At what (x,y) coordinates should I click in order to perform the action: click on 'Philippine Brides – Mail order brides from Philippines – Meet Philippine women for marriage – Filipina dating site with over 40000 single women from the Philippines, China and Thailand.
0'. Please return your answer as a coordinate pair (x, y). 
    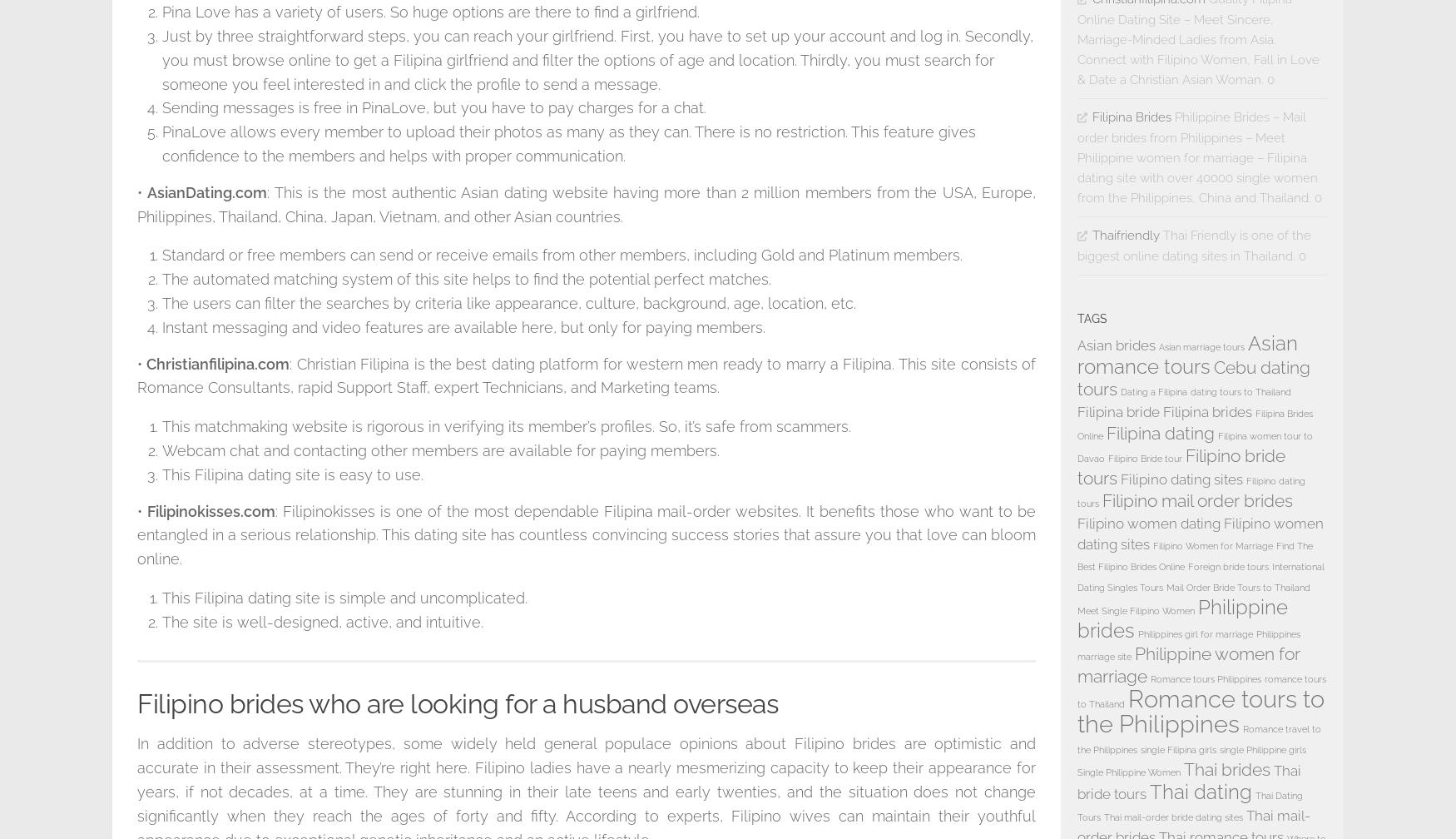
    Looking at the image, I should click on (1200, 156).